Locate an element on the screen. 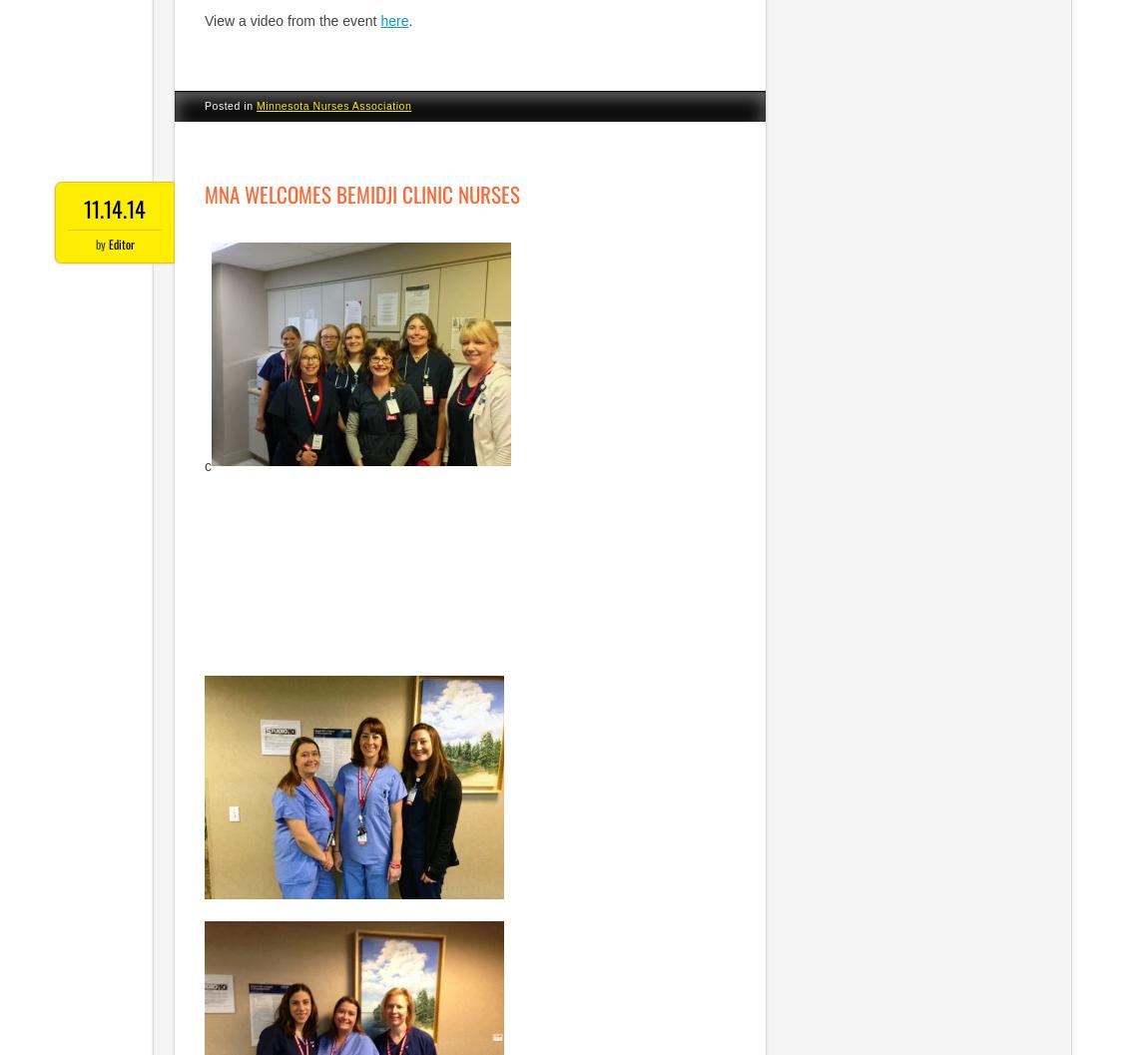 This screenshot has width=1148, height=1055. 'Posted in' is located at coordinates (229, 105).